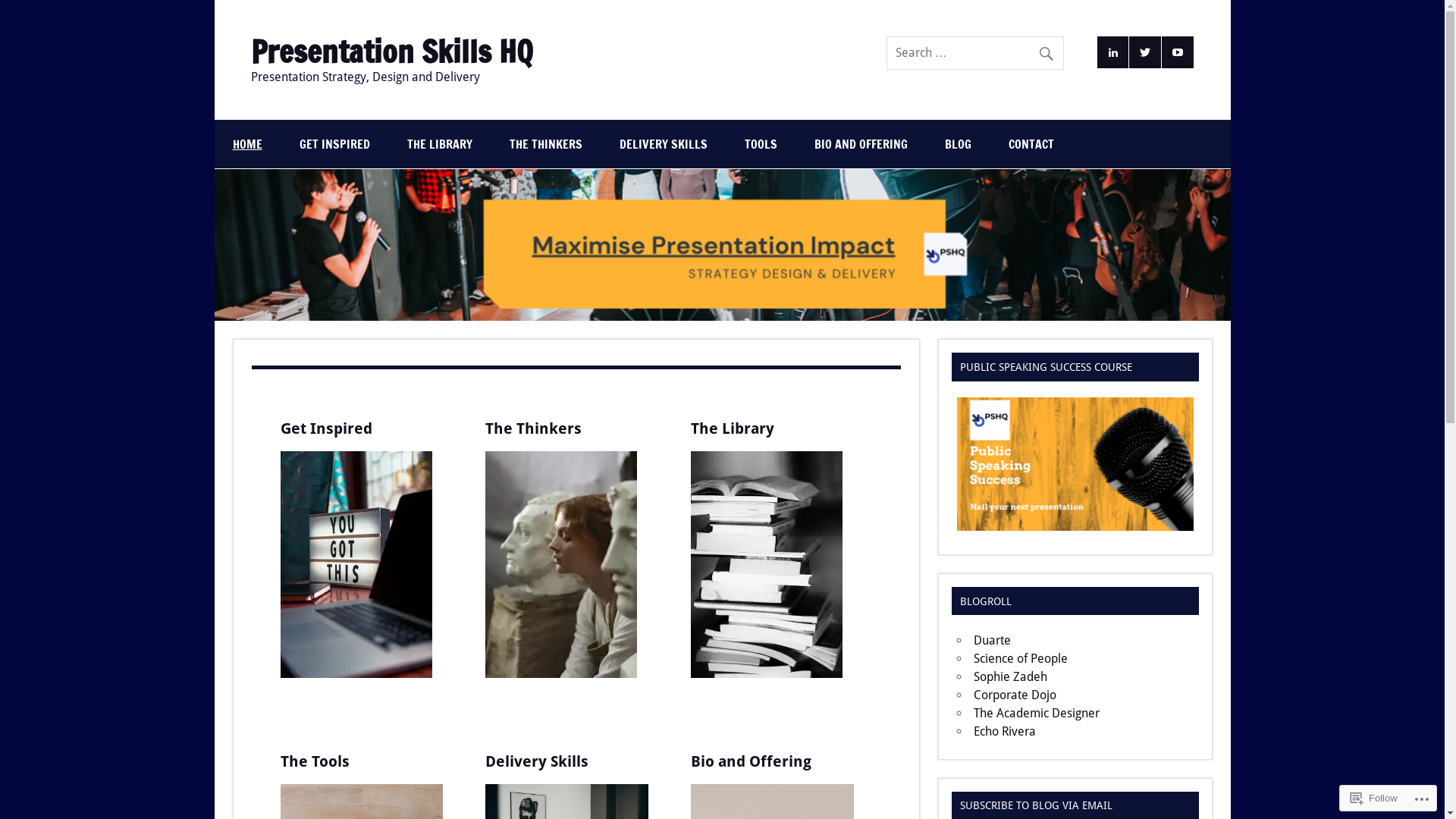 This screenshot has height=819, width=1456. I want to click on 'Science of People', so click(973, 657).